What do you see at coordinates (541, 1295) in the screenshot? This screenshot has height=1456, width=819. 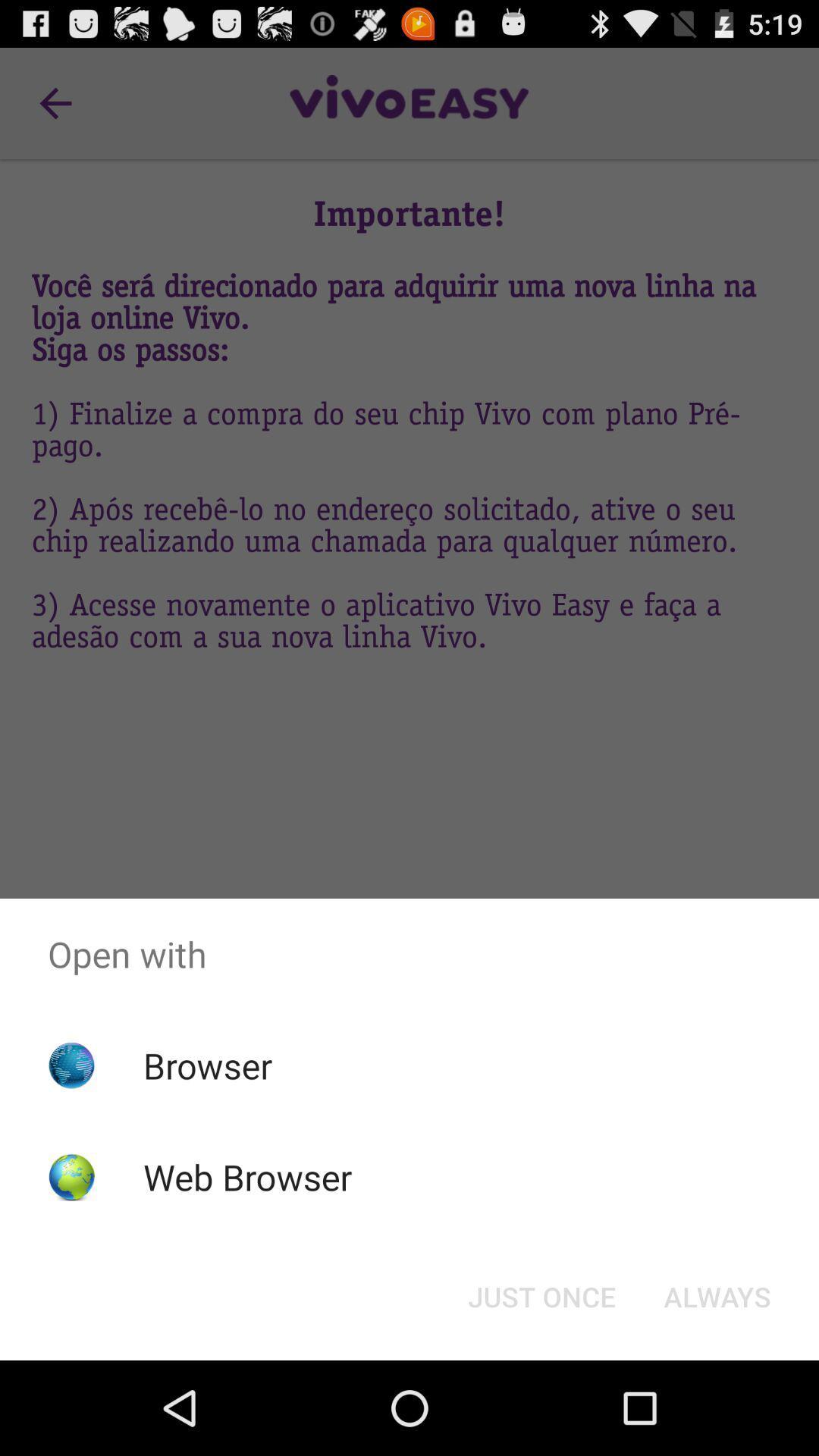 I see `just once icon` at bounding box center [541, 1295].